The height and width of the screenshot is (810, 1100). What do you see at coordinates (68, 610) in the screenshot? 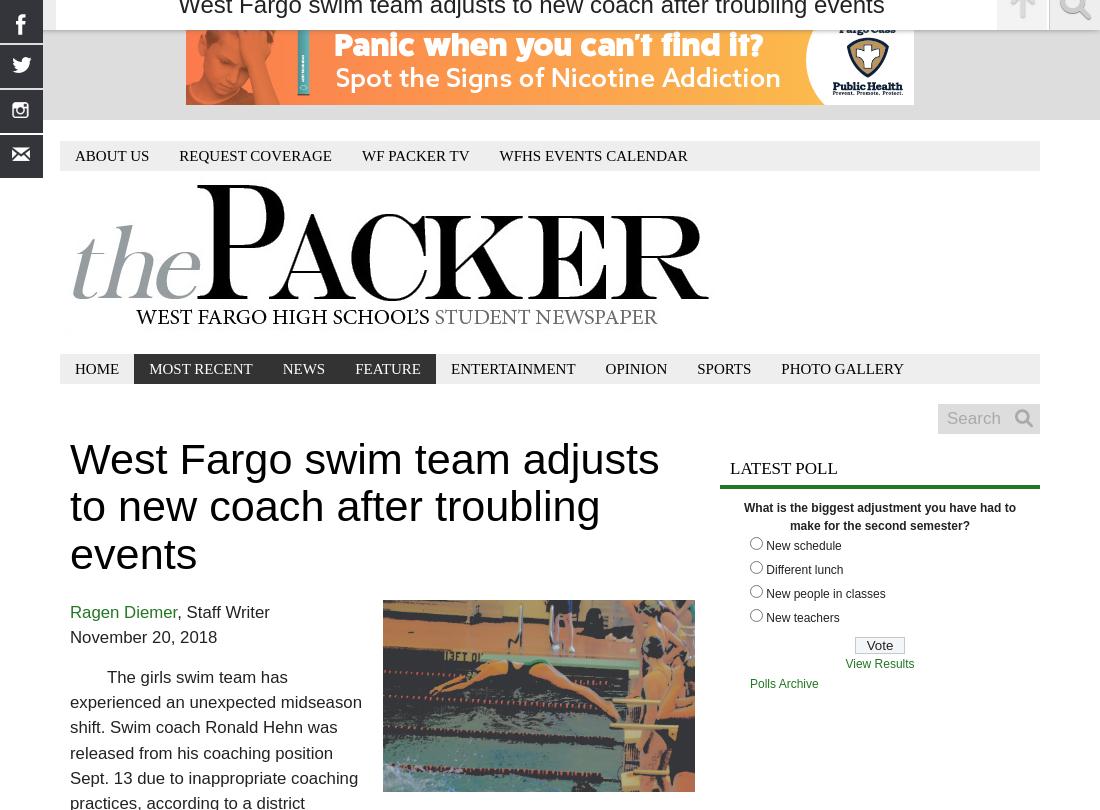
I see `'Ragen Diemer'` at bounding box center [68, 610].